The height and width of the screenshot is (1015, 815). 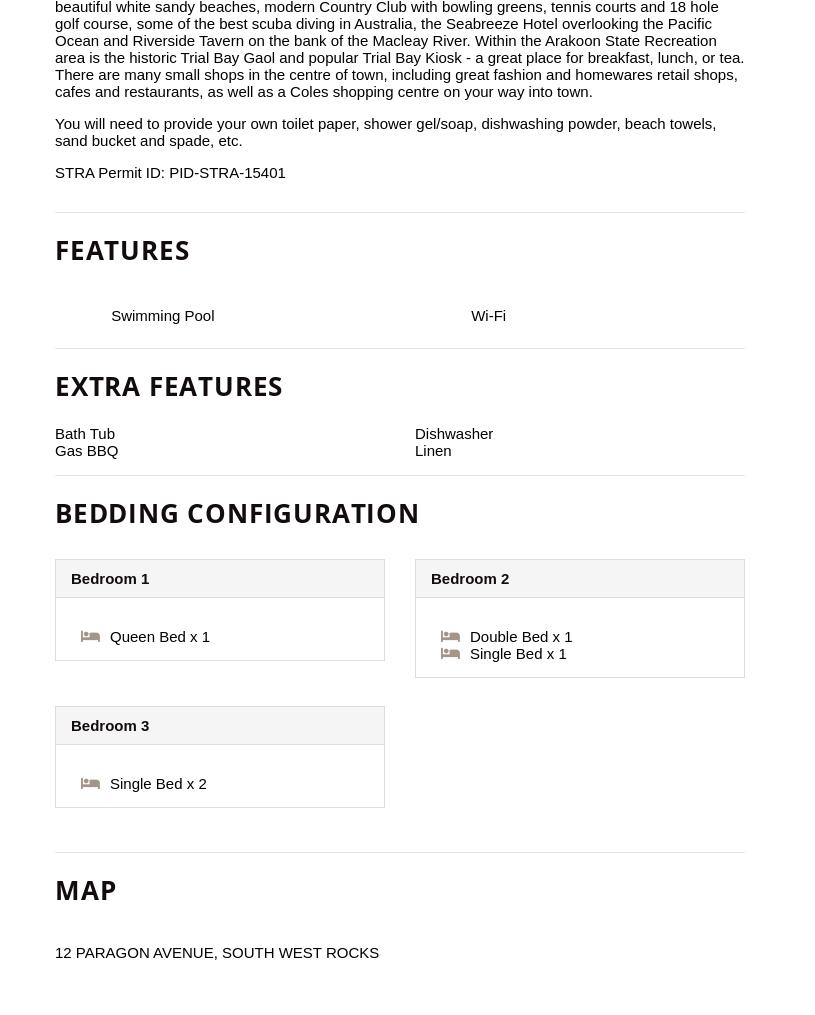 I want to click on 'Linen', so click(x=433, y=449).